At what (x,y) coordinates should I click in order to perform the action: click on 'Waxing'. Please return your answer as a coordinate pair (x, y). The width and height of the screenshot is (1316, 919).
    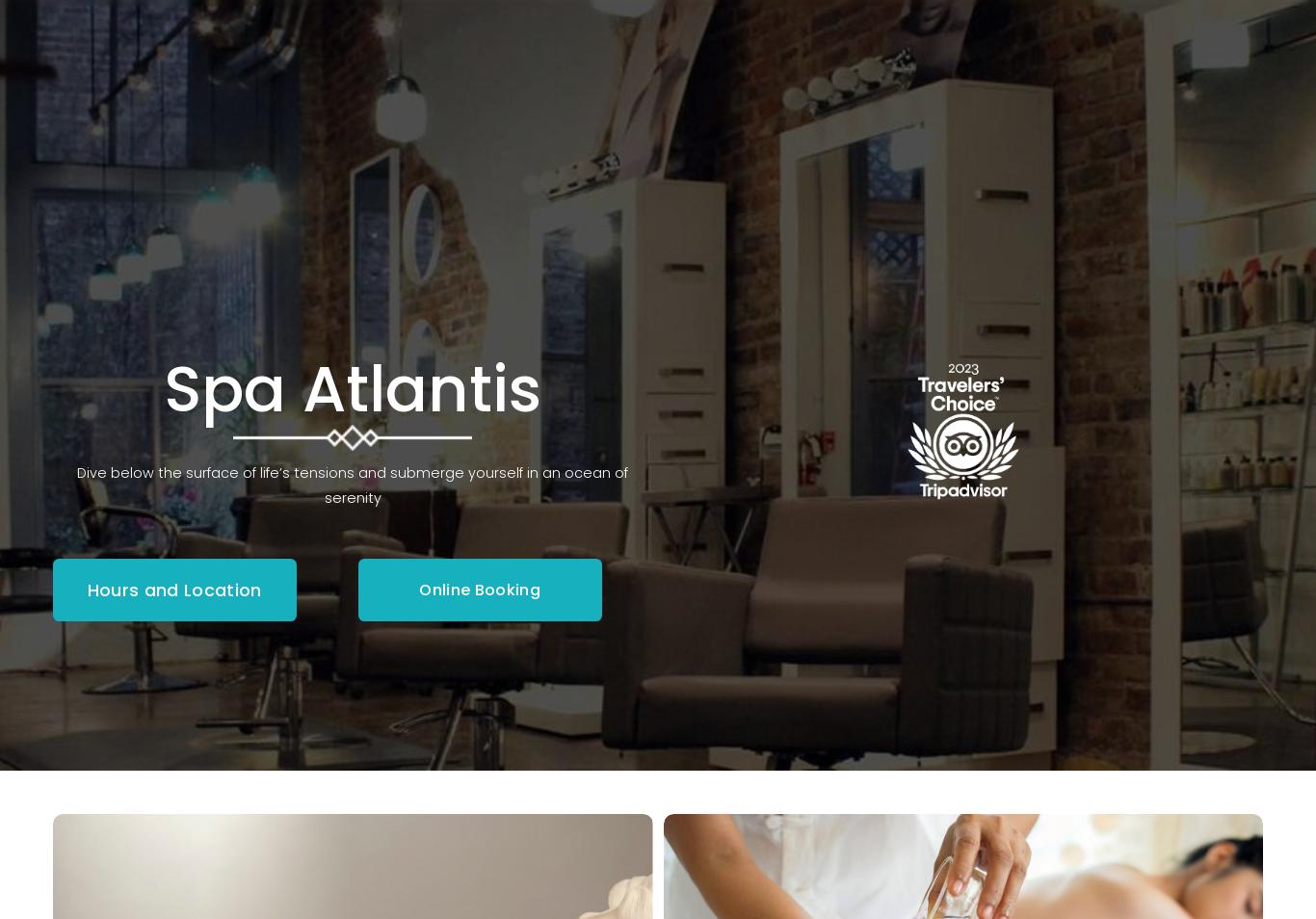
    Looking at the image, I should click on (597, 276).